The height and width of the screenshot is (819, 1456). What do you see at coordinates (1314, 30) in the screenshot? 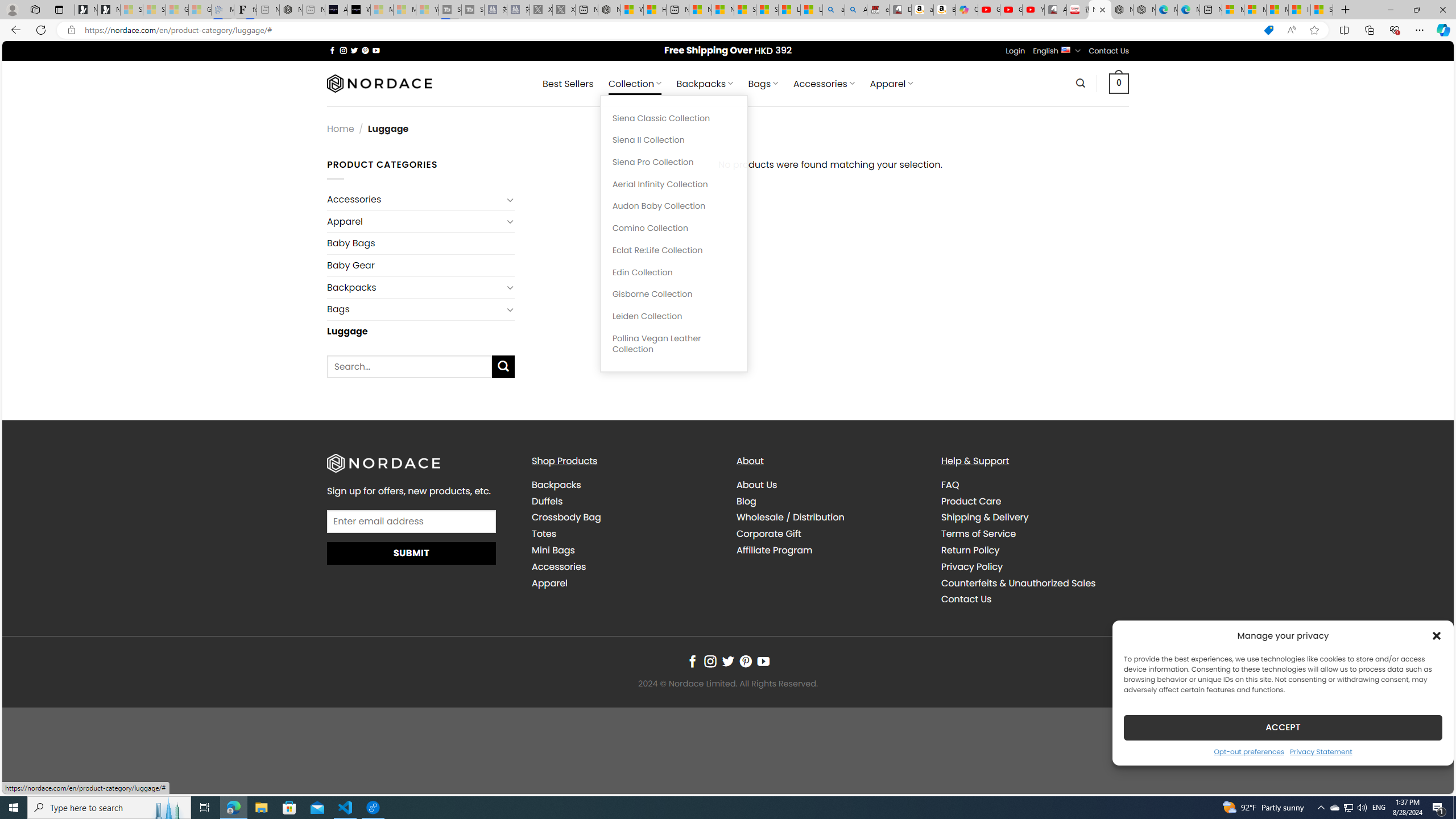
I see `'Add this page to favorites (Ctrl+D)'` at bounding box center [1314, 30].